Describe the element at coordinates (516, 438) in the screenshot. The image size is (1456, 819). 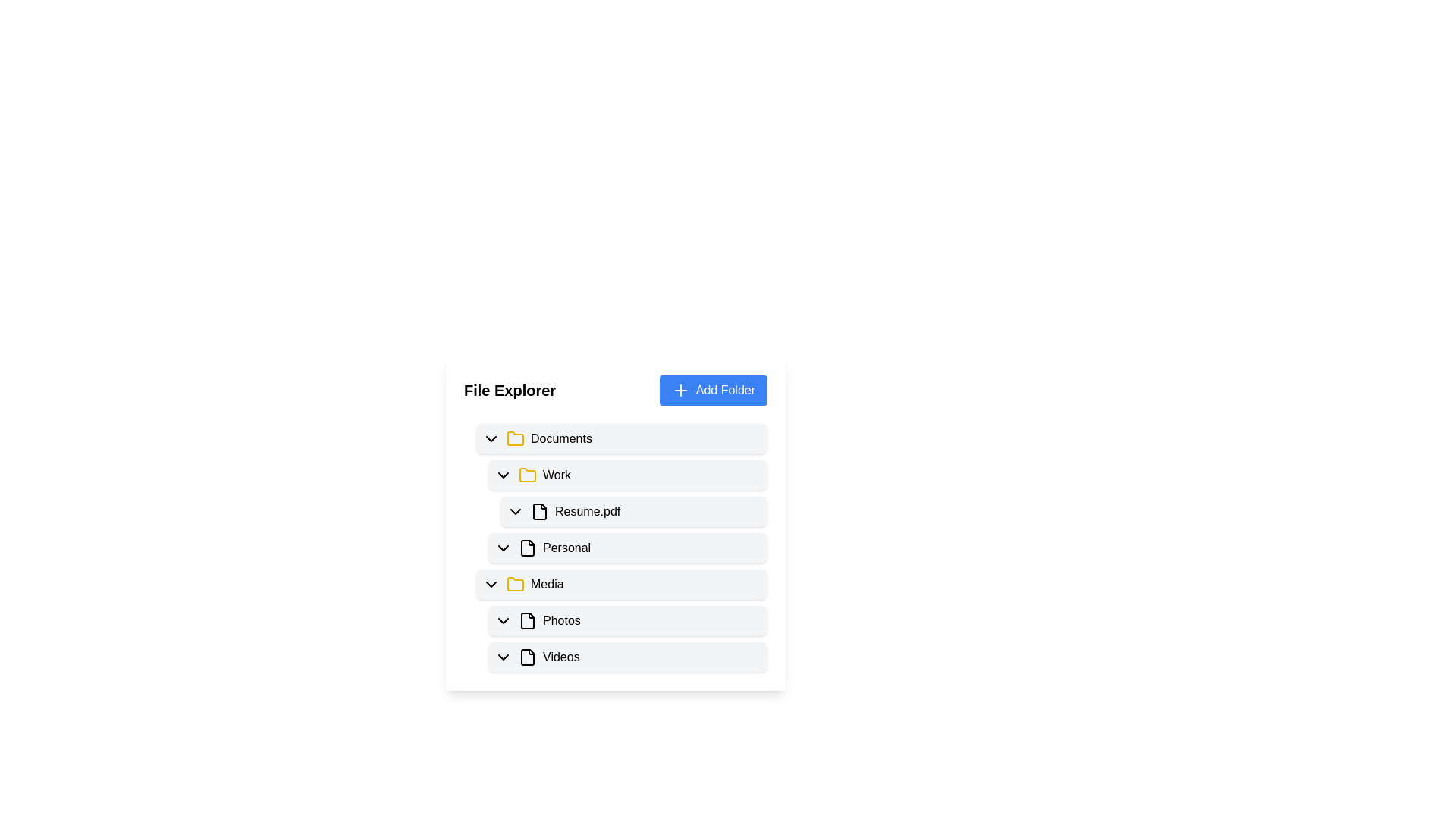
I see `the yellow folder icon located in the Documents row of the File Explorer interface` at that location.